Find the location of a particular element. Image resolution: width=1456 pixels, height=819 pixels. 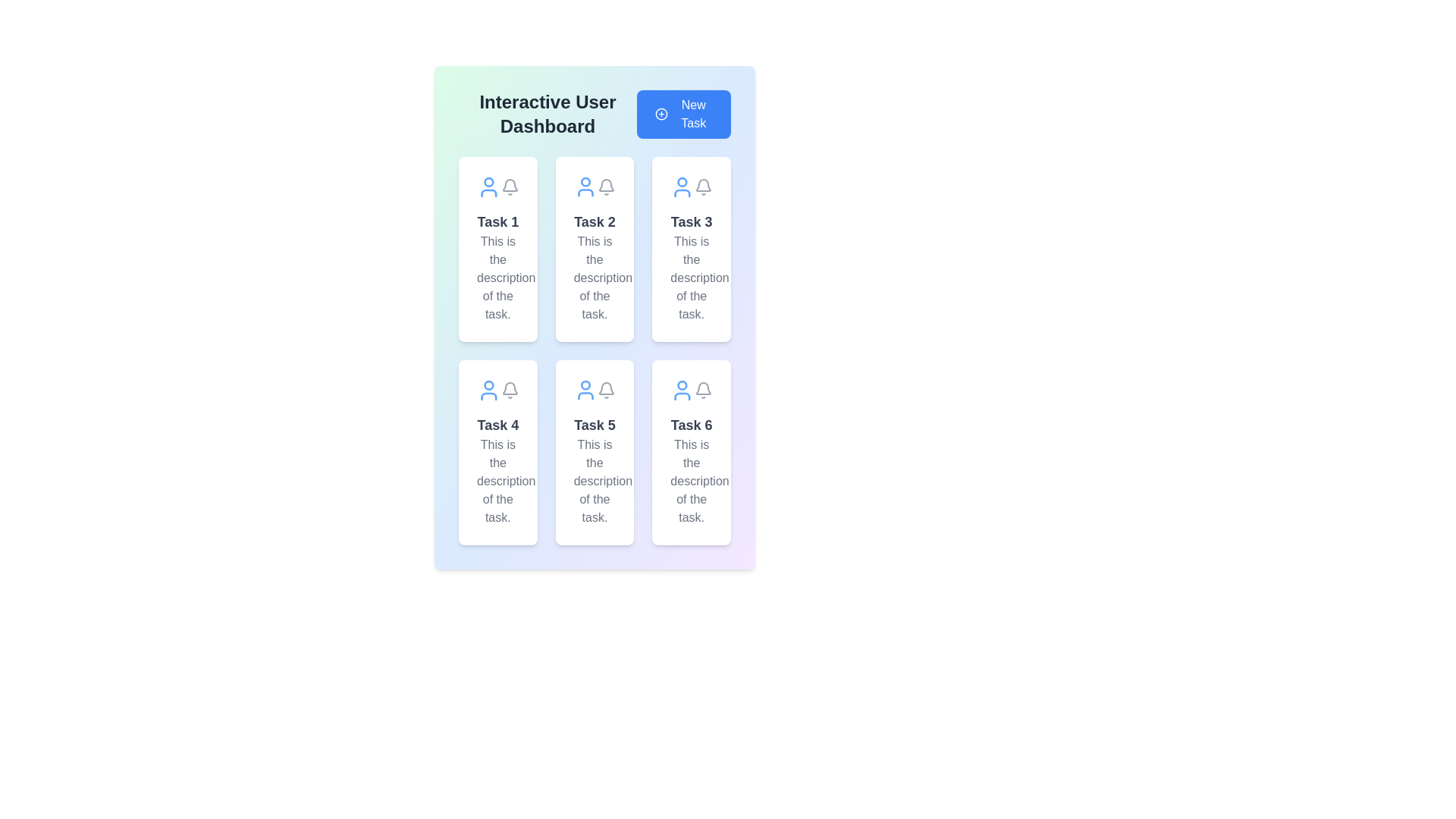

the prominent 'Task 5' text label, which is styled in bold and larger dark gray font, located in the middle column of the second row in the grid is located at coordinates (594, 425).